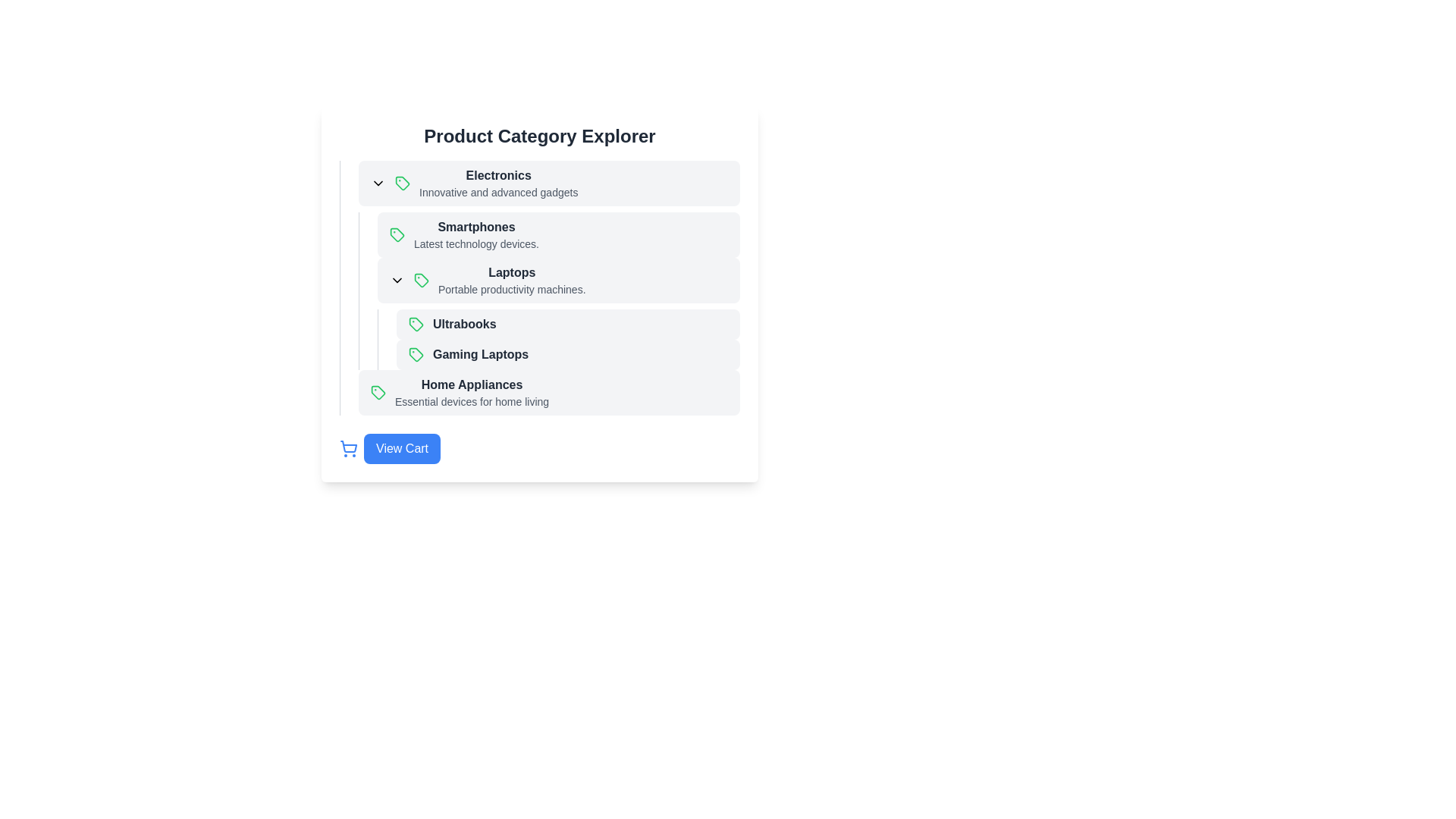 This screenshot has height=819, width=1456. Describe the element at coordinates (498, 192) in the screenshot. I see `the text element that says 'Innovative and advanced gadgets', which is styled in a smaller gray font and positioned beneath the 'Electronics' heading in the 'Product Category Explorer' section` at that location.